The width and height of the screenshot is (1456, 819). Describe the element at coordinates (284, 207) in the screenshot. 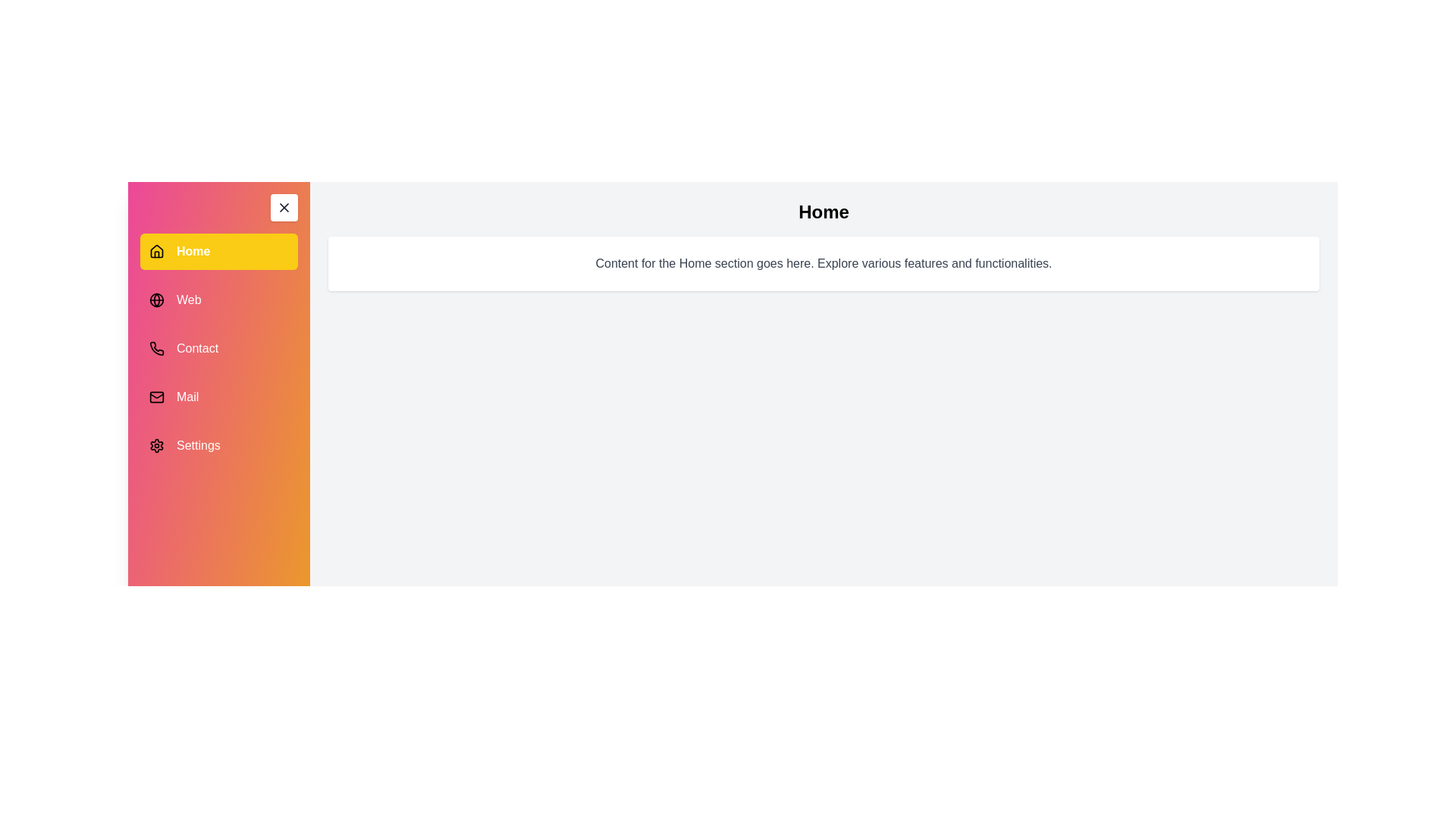

I see `'X' button to toggle the drawer visibility` at that location.